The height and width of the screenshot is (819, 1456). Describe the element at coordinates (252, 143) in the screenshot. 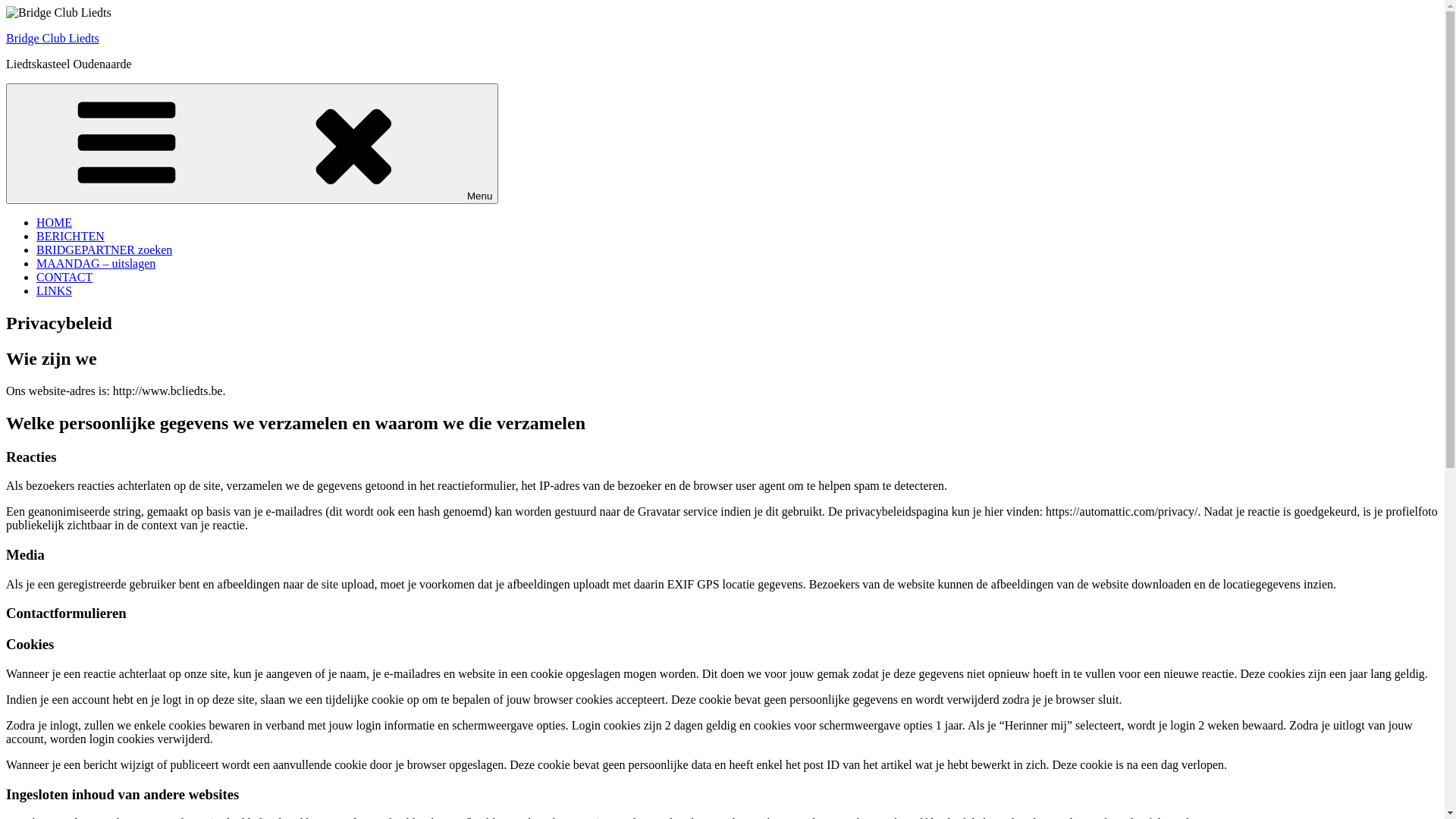

I see `'Menu'` at that location.